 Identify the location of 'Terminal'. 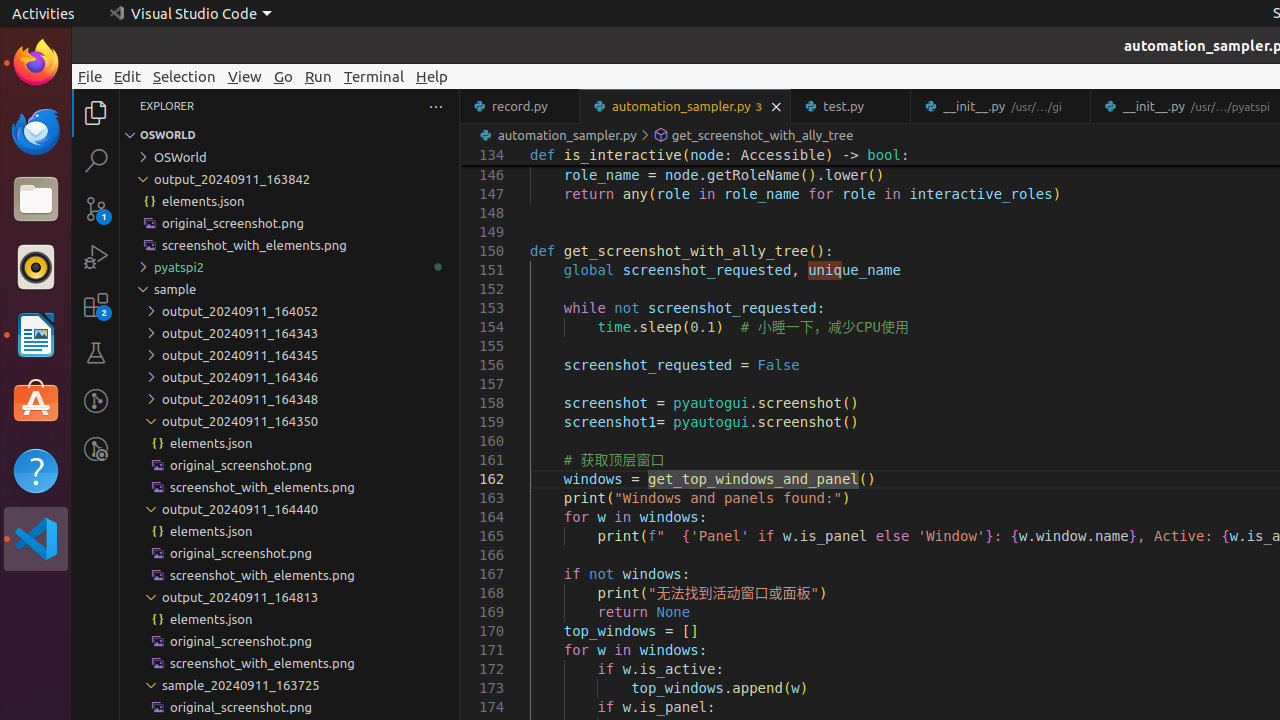
(374, 75).